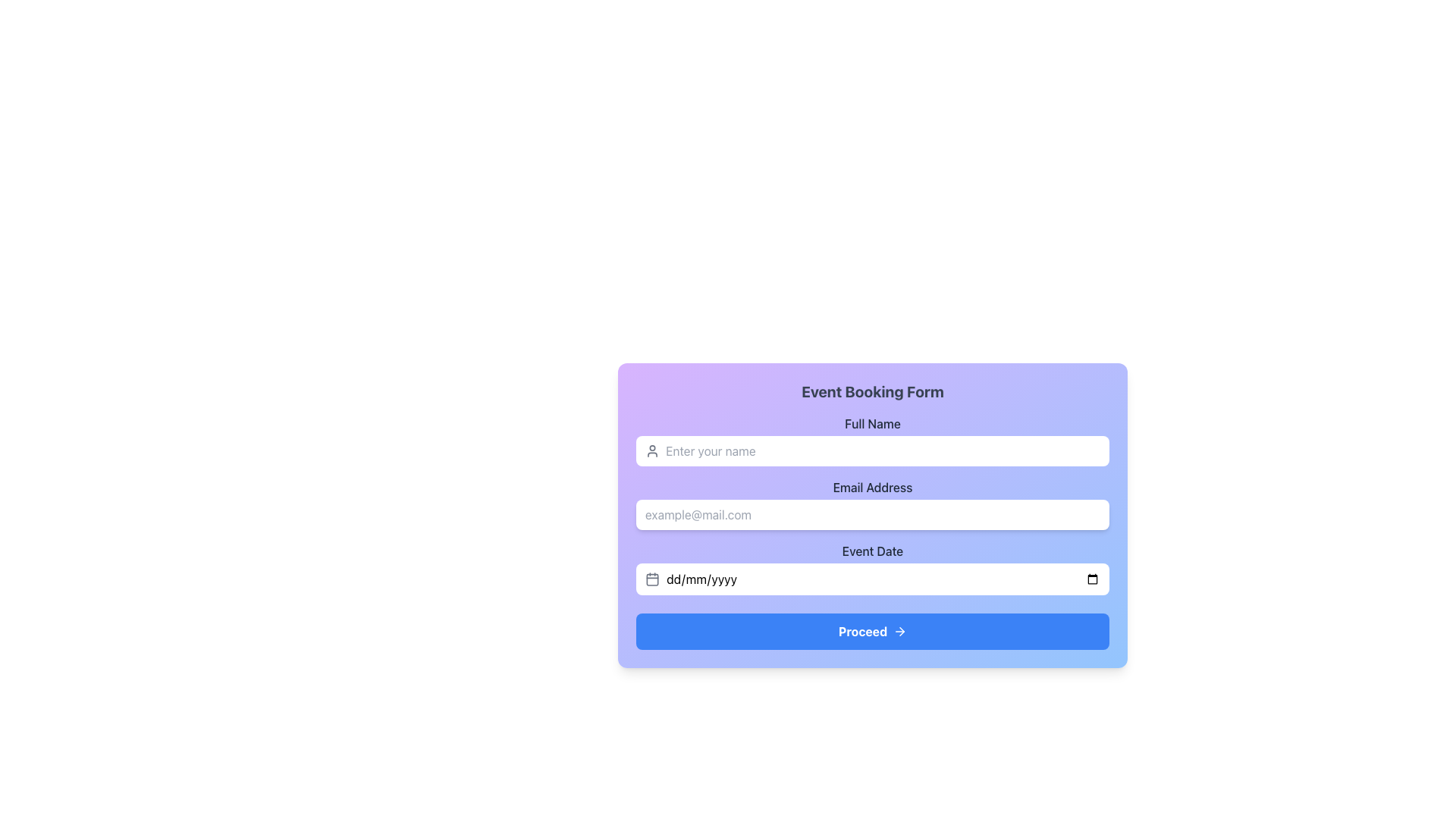 The width and height of the screenshot is (1456, 819). Describe the element at coordinates (652, 579) in the screenshot. I see `the calendar icon located in the 'Event Booking Form' within the 'Event Date' input section to invoke the date picker` at that location.